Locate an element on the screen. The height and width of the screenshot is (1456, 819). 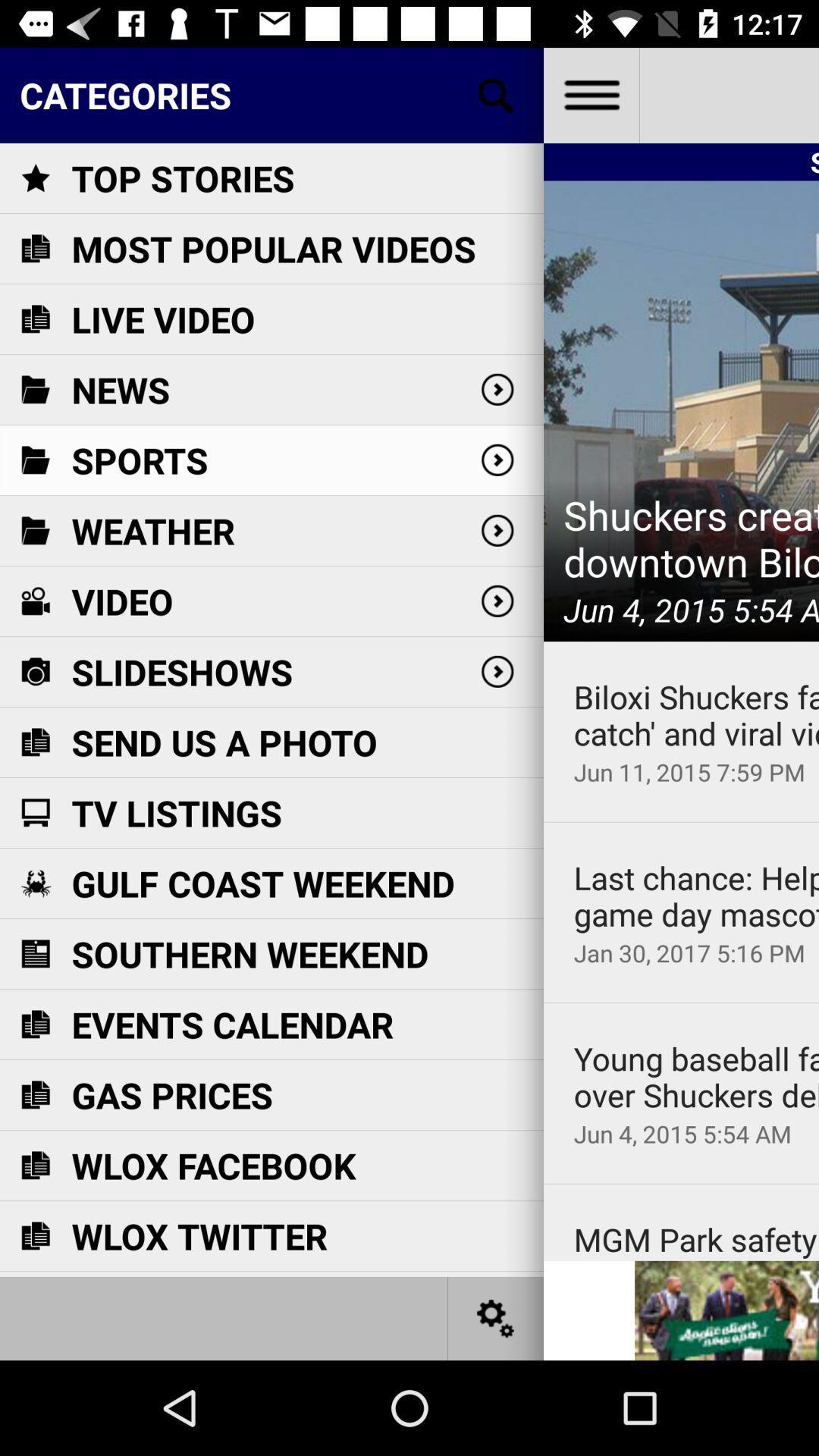
the fourth from top under categories is located at coordinates (497, 600).